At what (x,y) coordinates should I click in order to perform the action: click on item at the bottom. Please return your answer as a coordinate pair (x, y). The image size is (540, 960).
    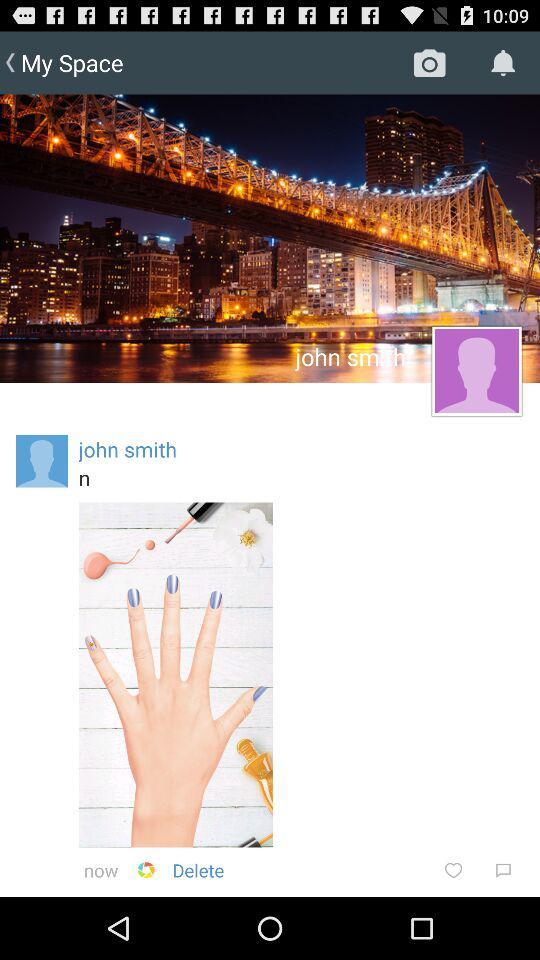
    Looking at the image, I should click on (198, 869).